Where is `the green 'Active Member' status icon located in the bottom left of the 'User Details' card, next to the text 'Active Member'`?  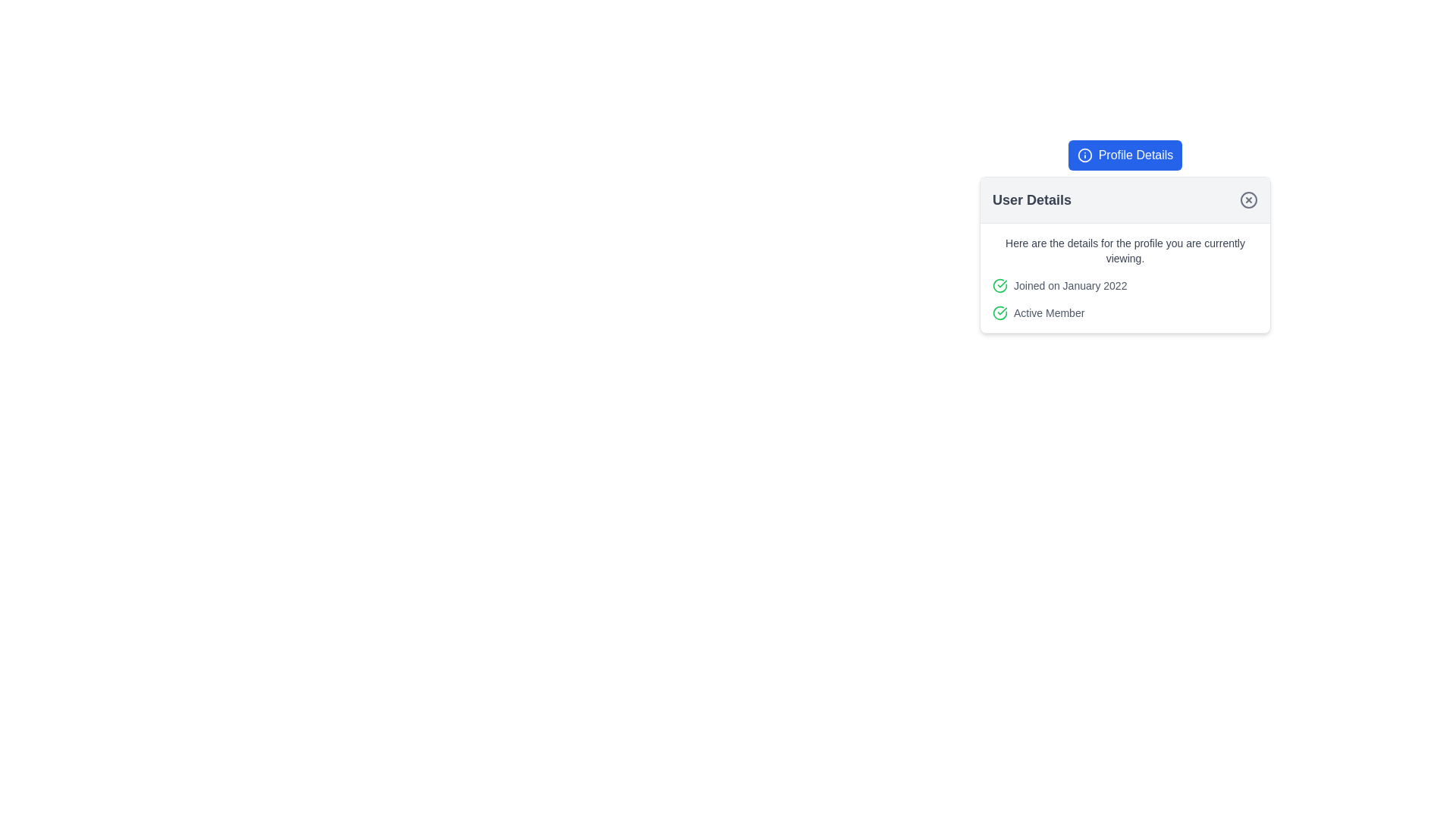
the green 'Active Member' status icon located in the bottom left of the 'User Details' card, next to the text 'Active Member' is located at coordinates (1000, 312).